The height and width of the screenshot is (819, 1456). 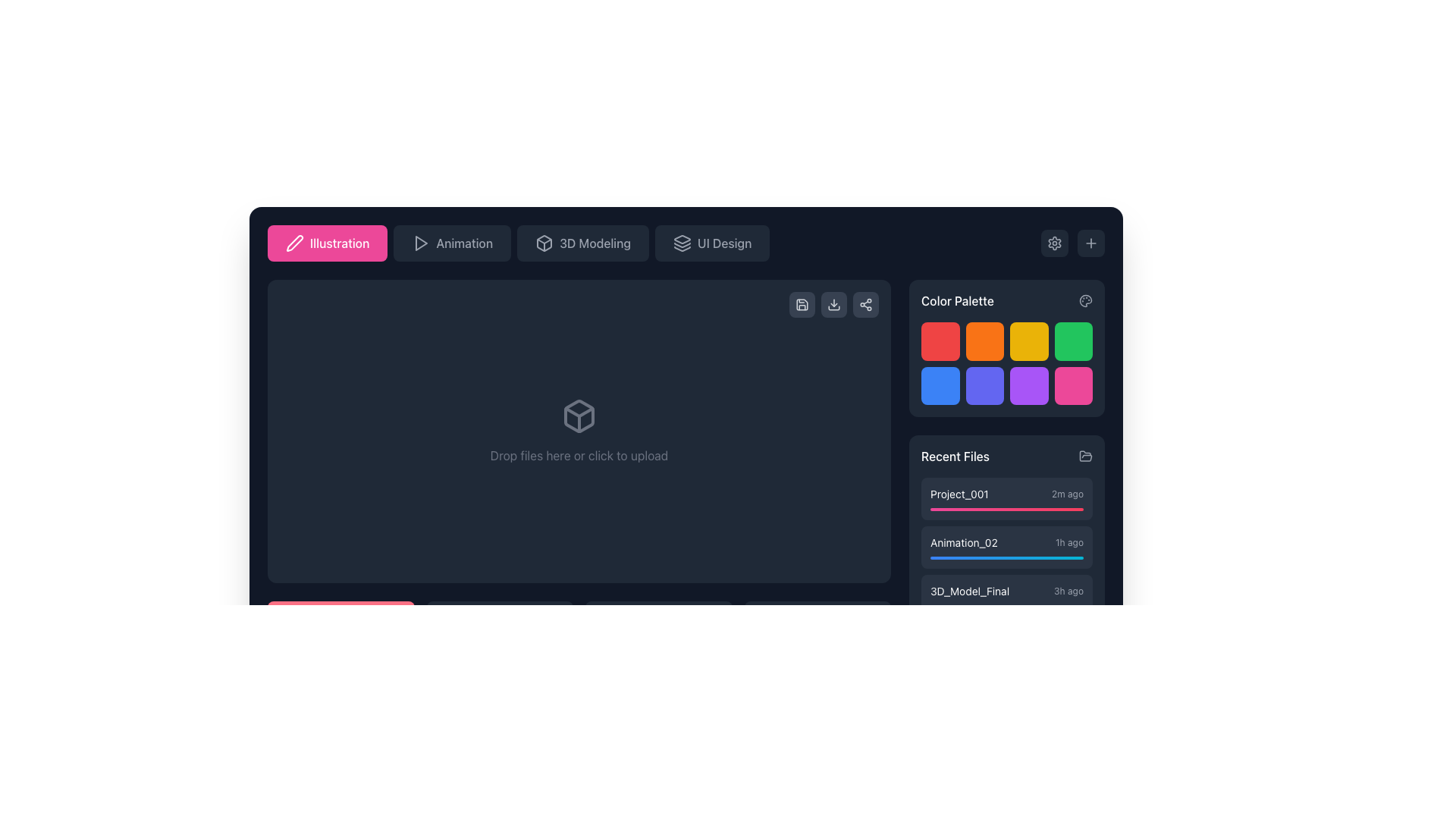 What do you see at coordinates (1029, 341) in the screenshot?
I see `the third element from the left in the top row of the Interactive color selection box` at bounding box center [1029, 341].